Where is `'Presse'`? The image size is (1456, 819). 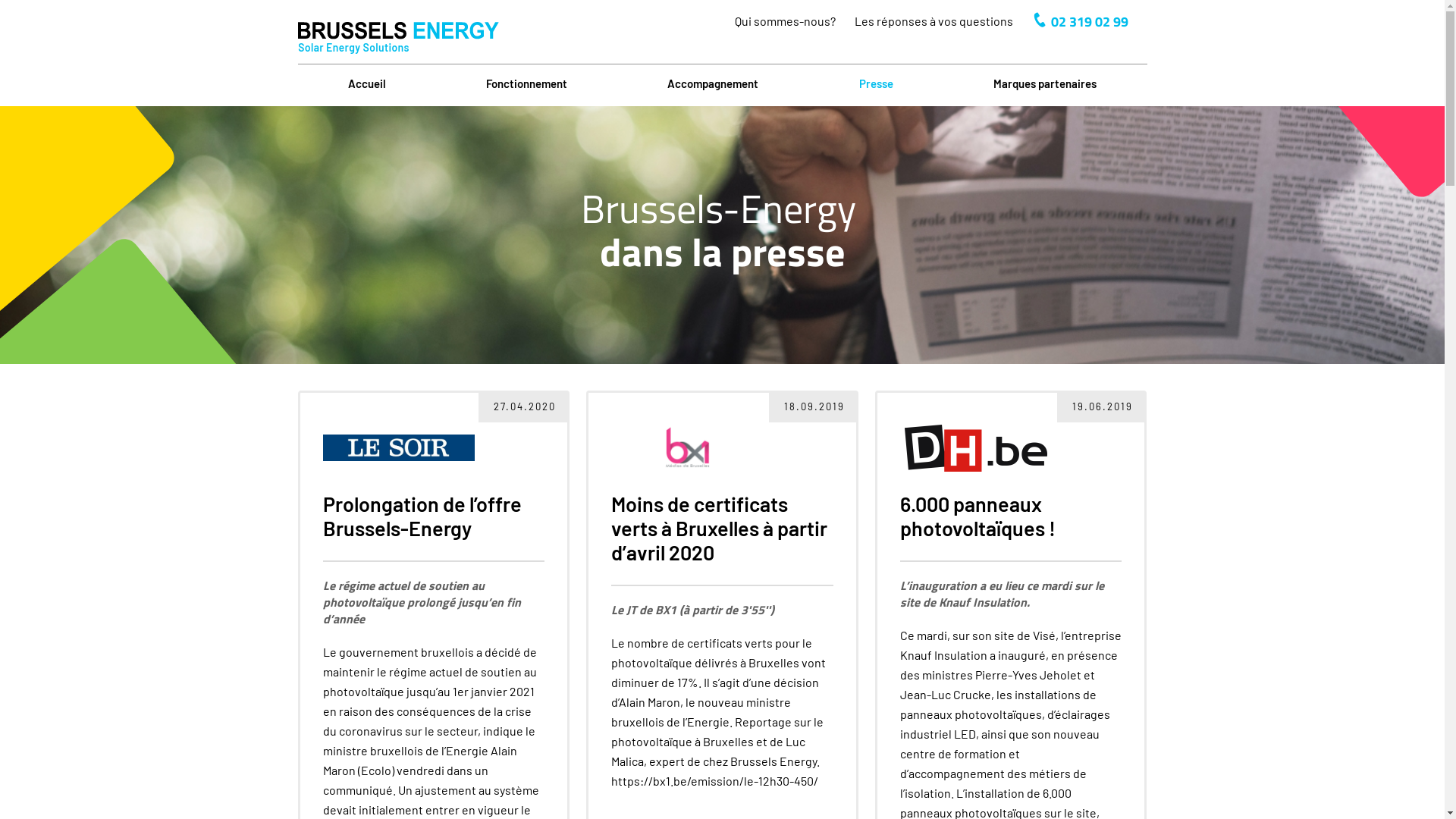 'Presse' is located at coordinates (876, 83).